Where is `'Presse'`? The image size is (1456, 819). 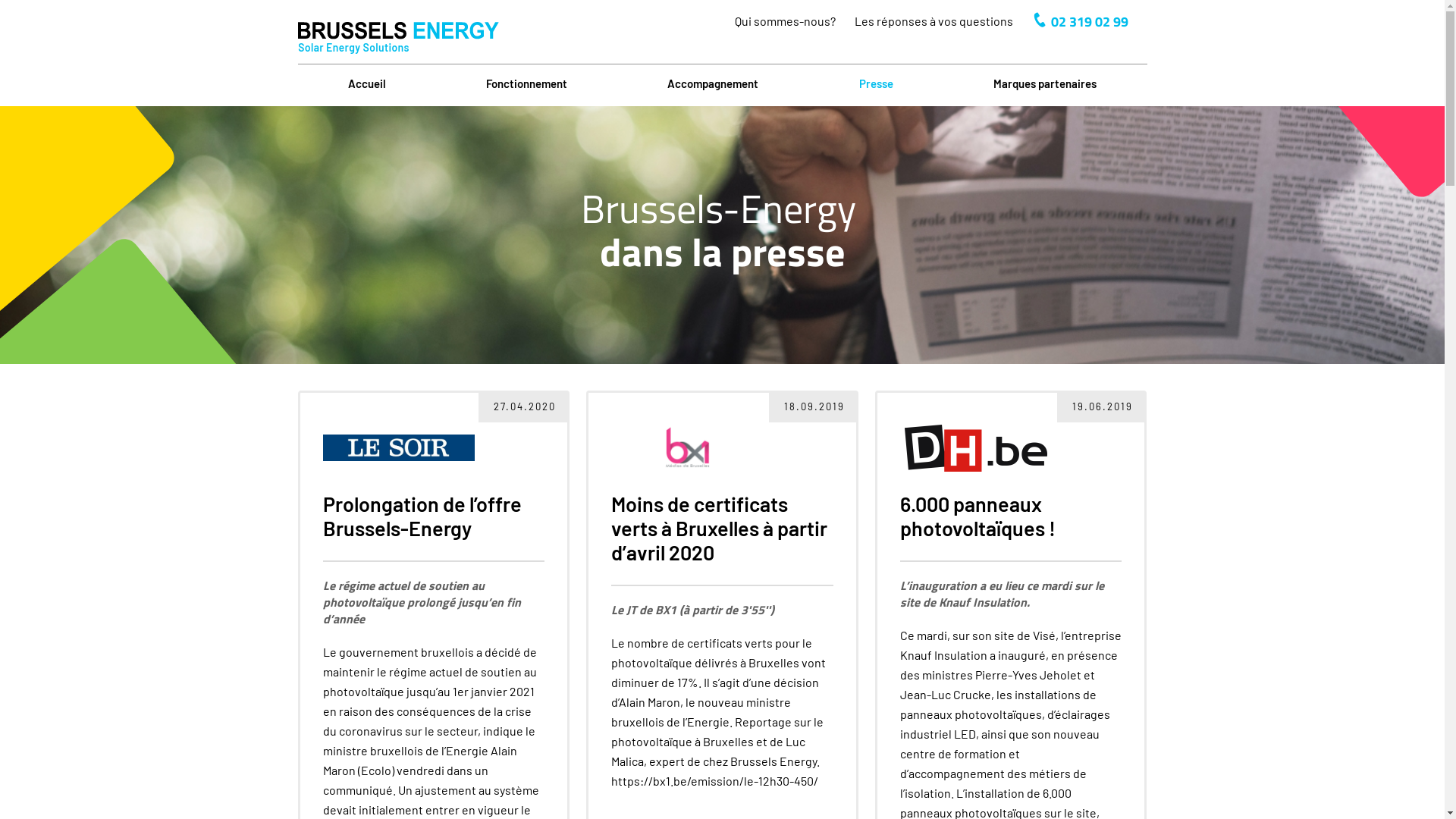 'Presse' is located at coordinates (876, 83).